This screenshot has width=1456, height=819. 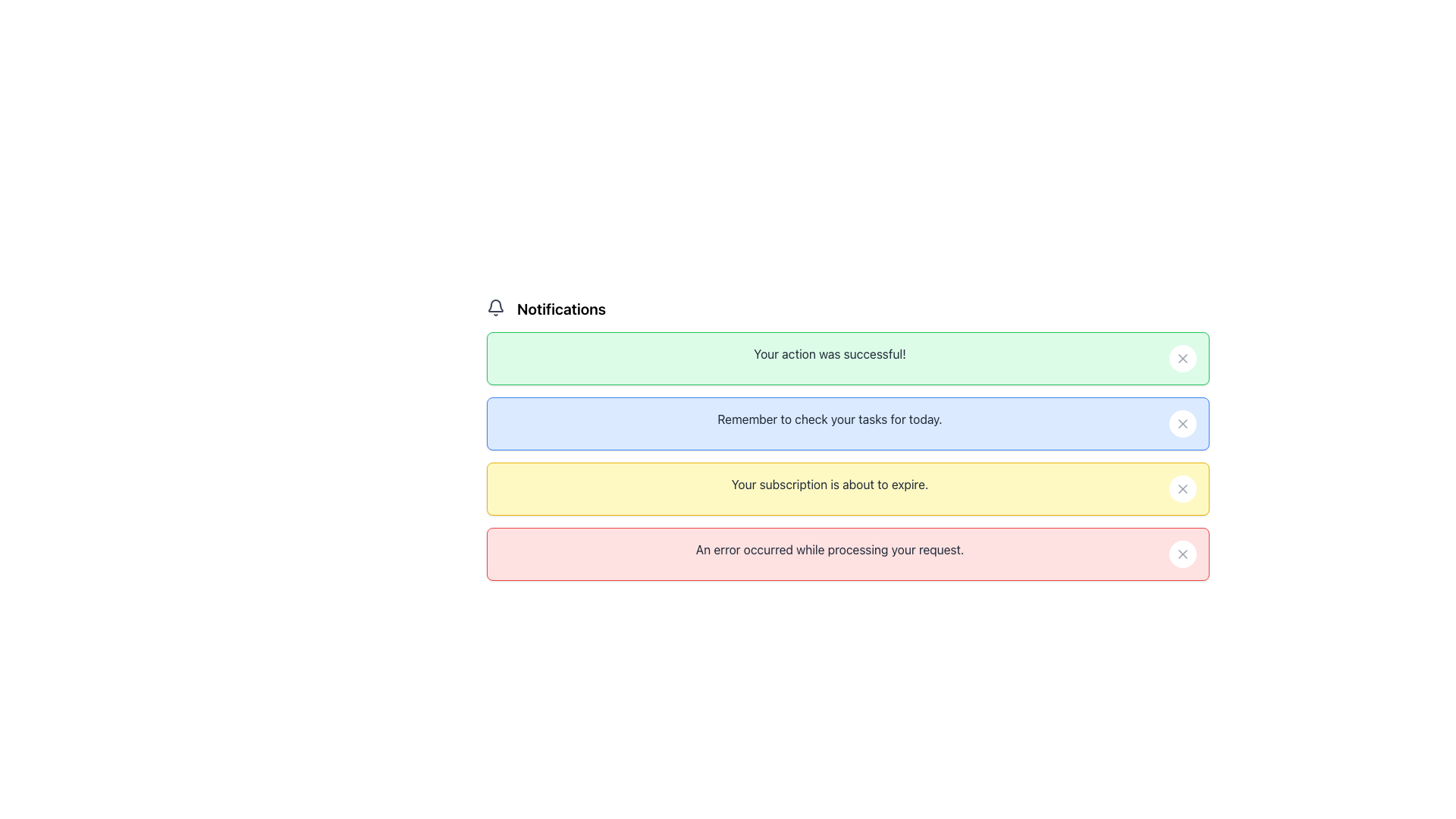 What do you see at coordinates (1182, 359) in the screenshot?
I see `the circular close button with an 'x' icon on the right side of the green notification bar that indicates a successful action` at bounding box center [1182, 359].